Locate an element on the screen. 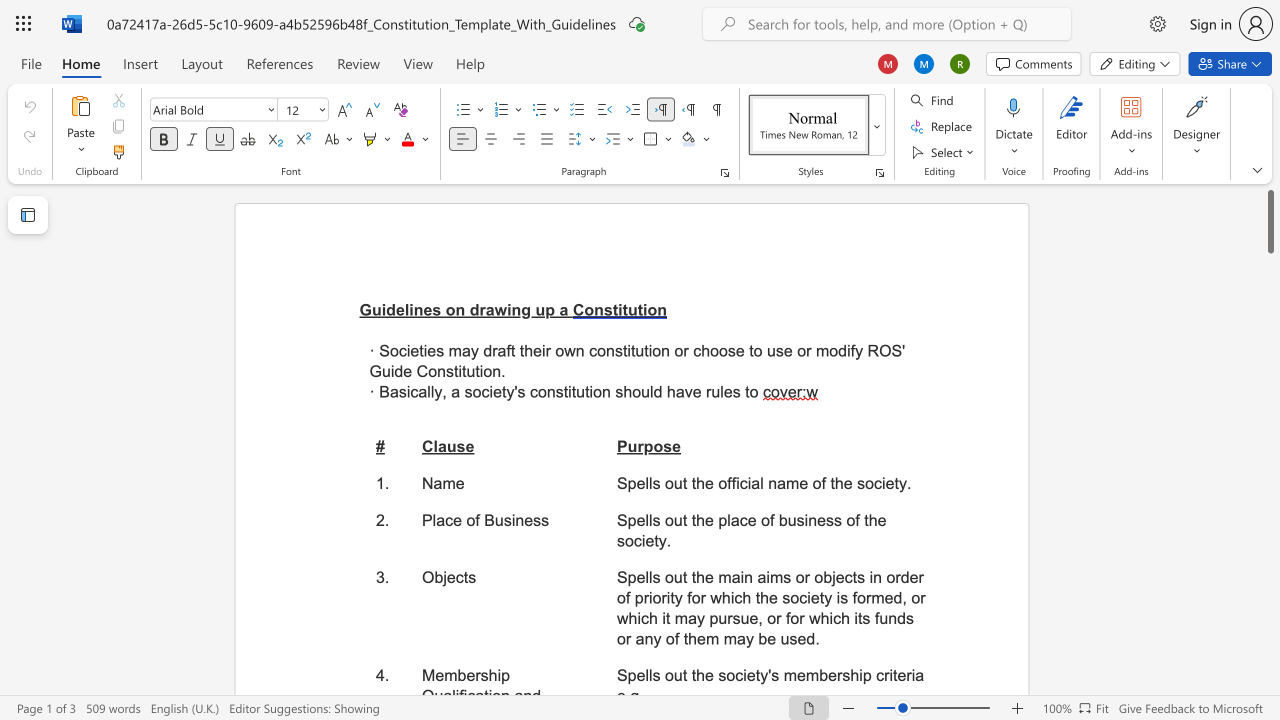 The width and height of the screenshot is (1280, 720). the space between the continuous character "y" and "," in the text is located at coordinates (440, 392).